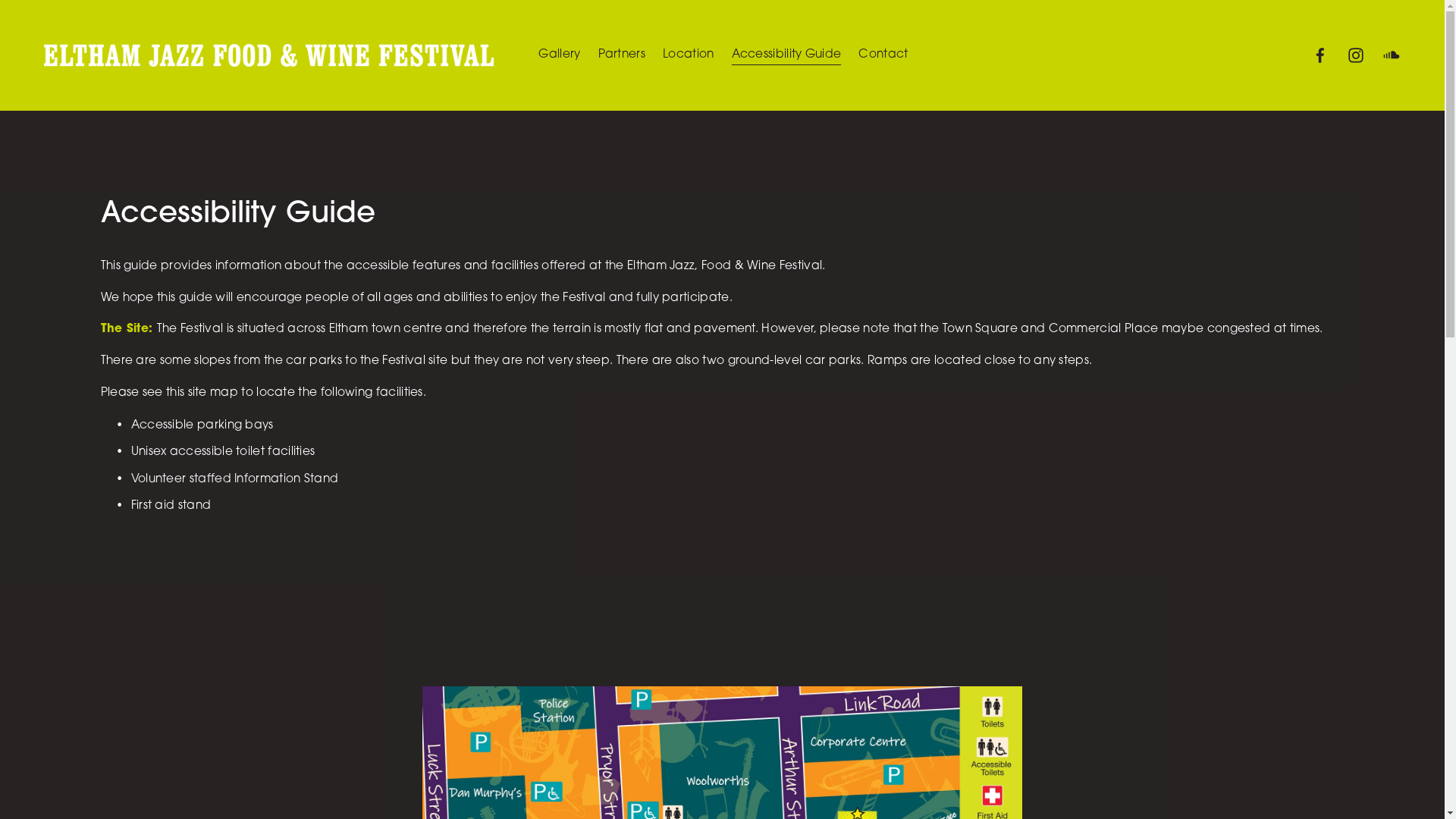  Describe the element at coordinates (538, 55) in the screenshot. I see `'Gallery'` at that location.